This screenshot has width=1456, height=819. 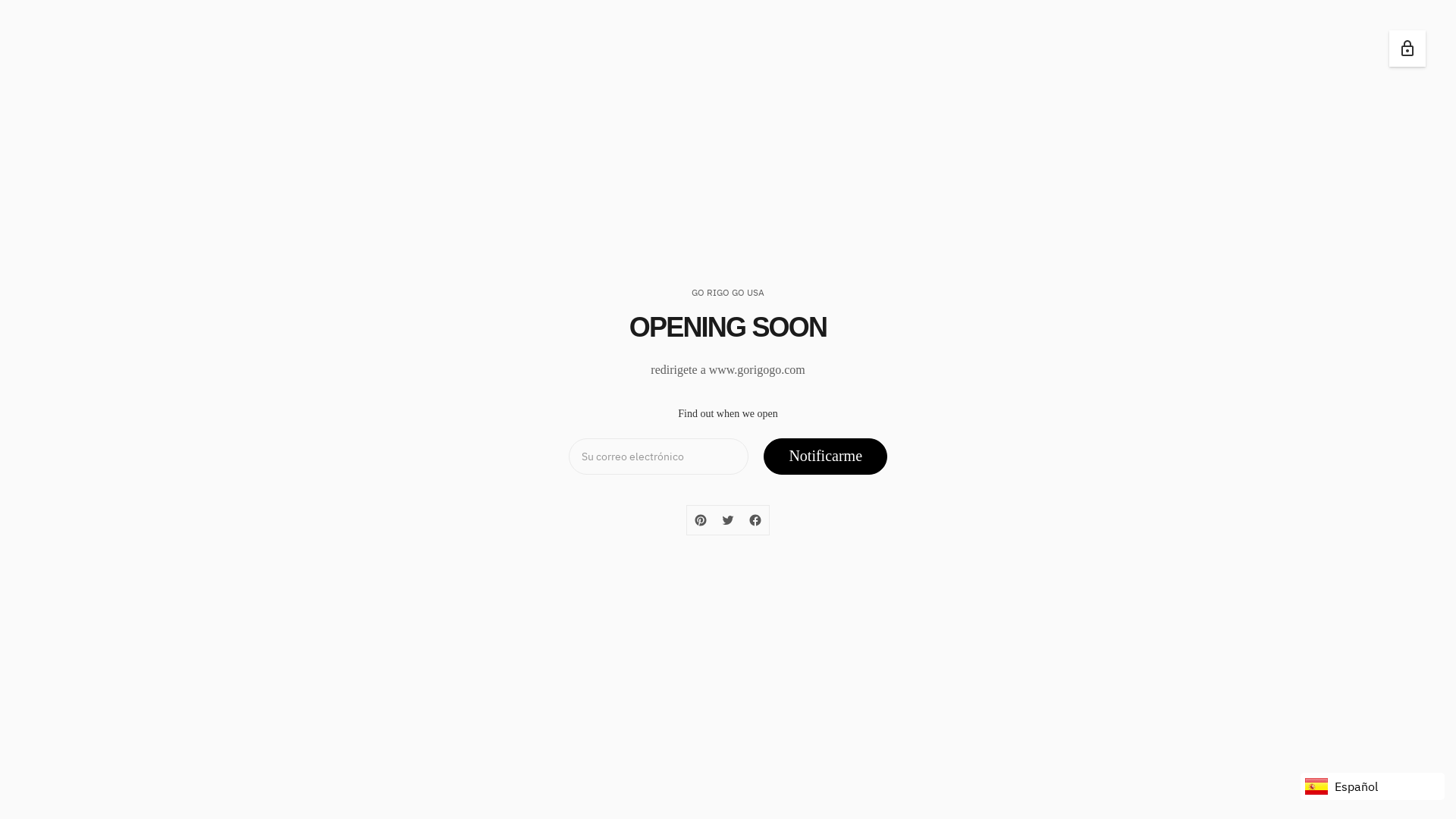 What do you see at coordinates (728, 519) in the screenshot?
I see `'Share to twitter'` at bounding box center [728, 519].